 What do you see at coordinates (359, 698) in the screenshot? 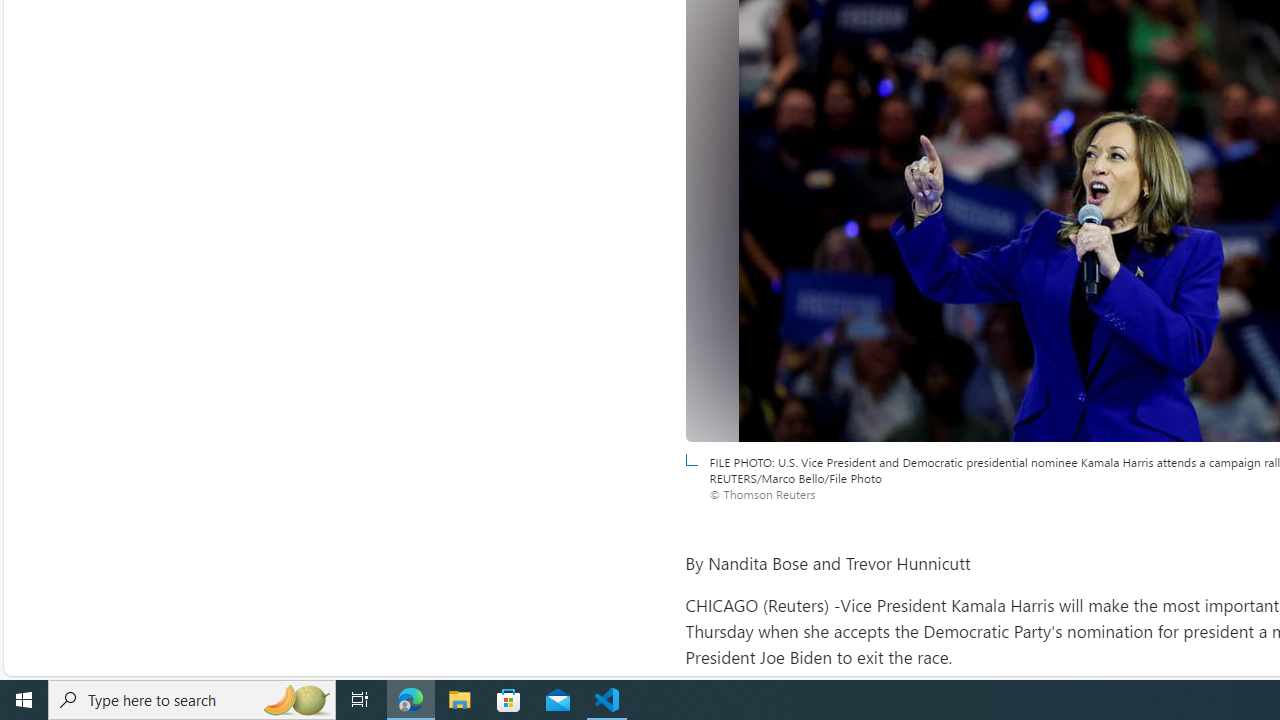
I see `'Task View'` at bounding box center [359, 698].